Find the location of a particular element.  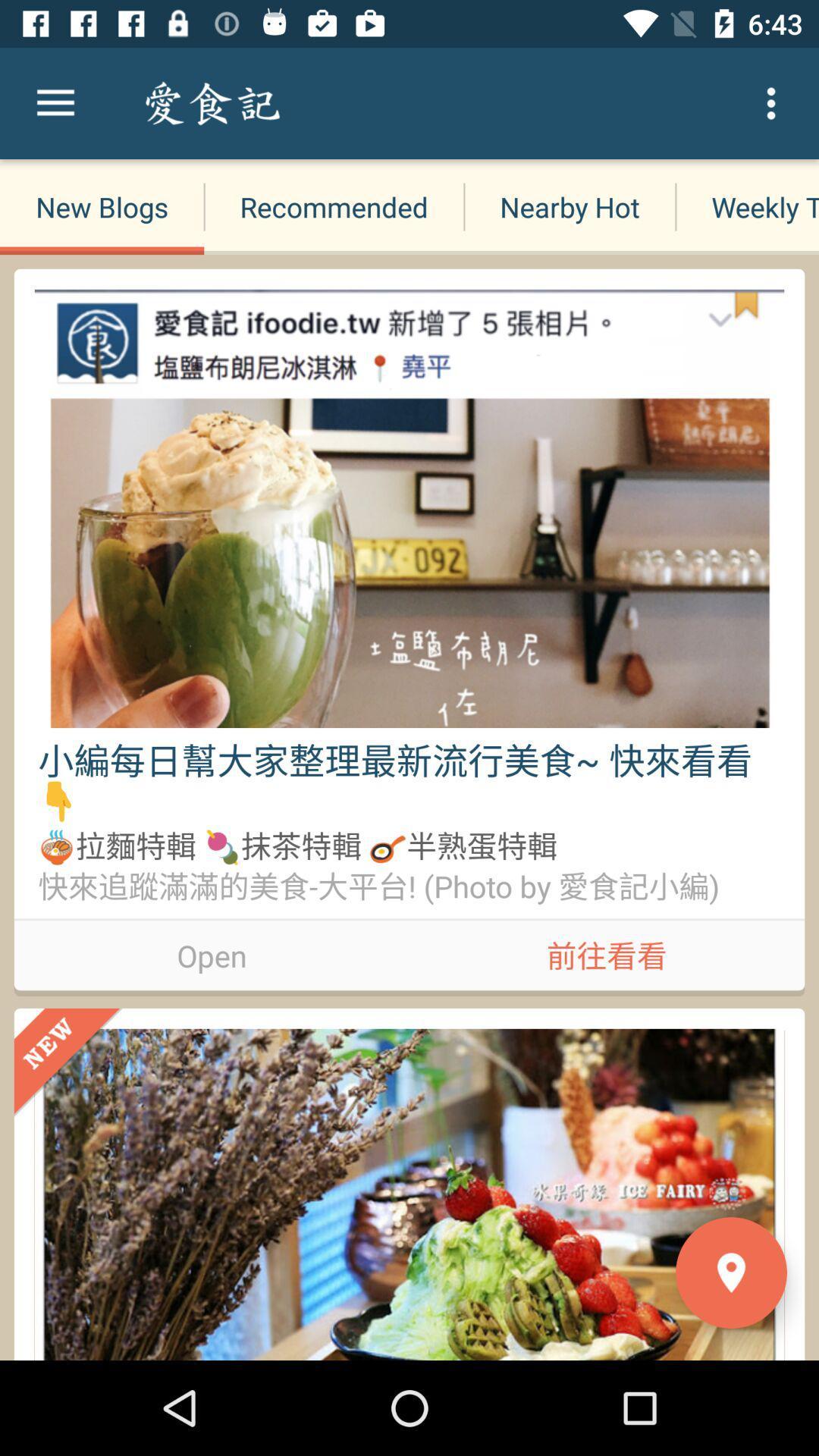

the location icon is located at coordinates (730, 1272).